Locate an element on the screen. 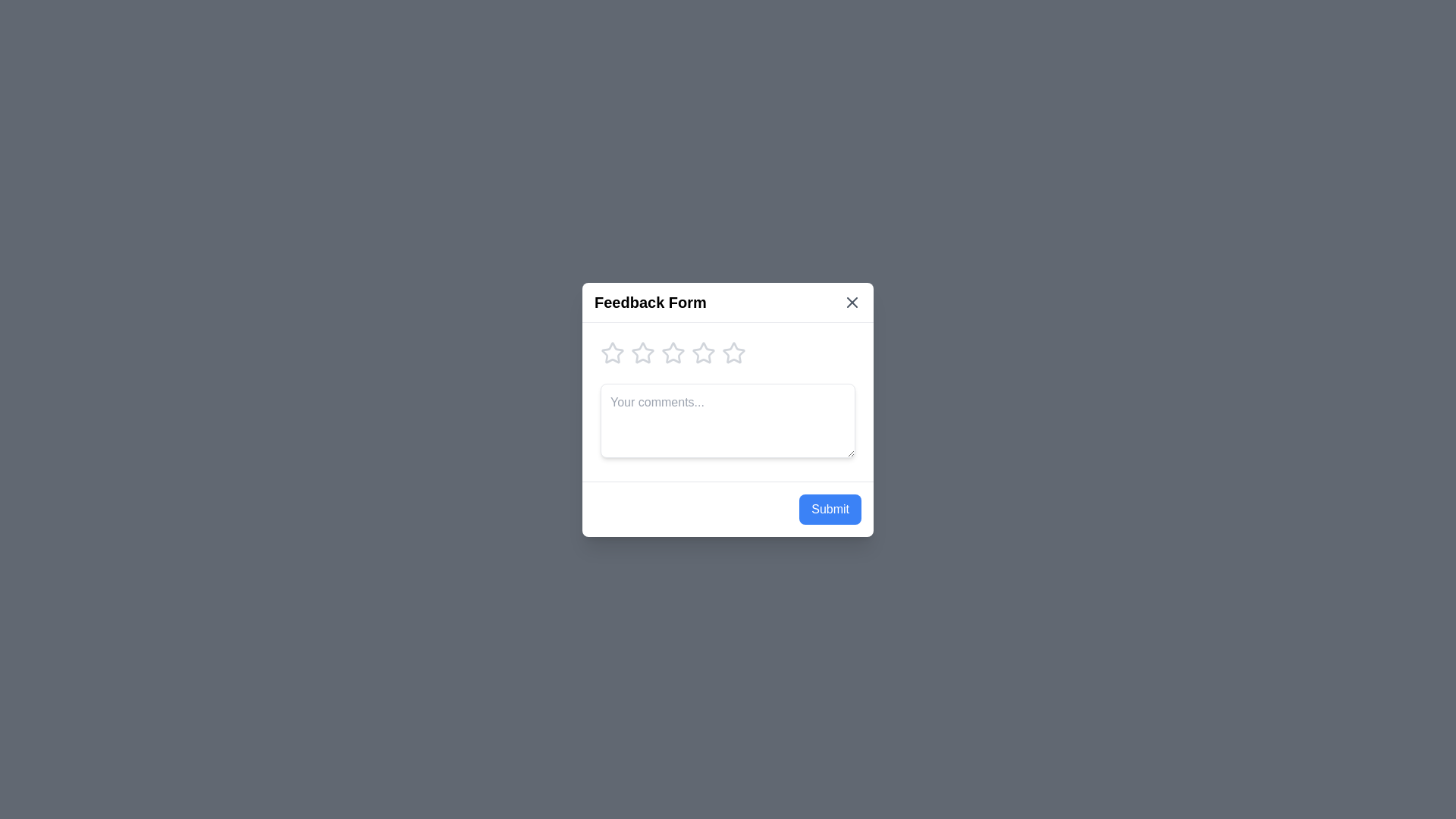  the Submit button to submit the feedback is located at coordinates (829, 509).